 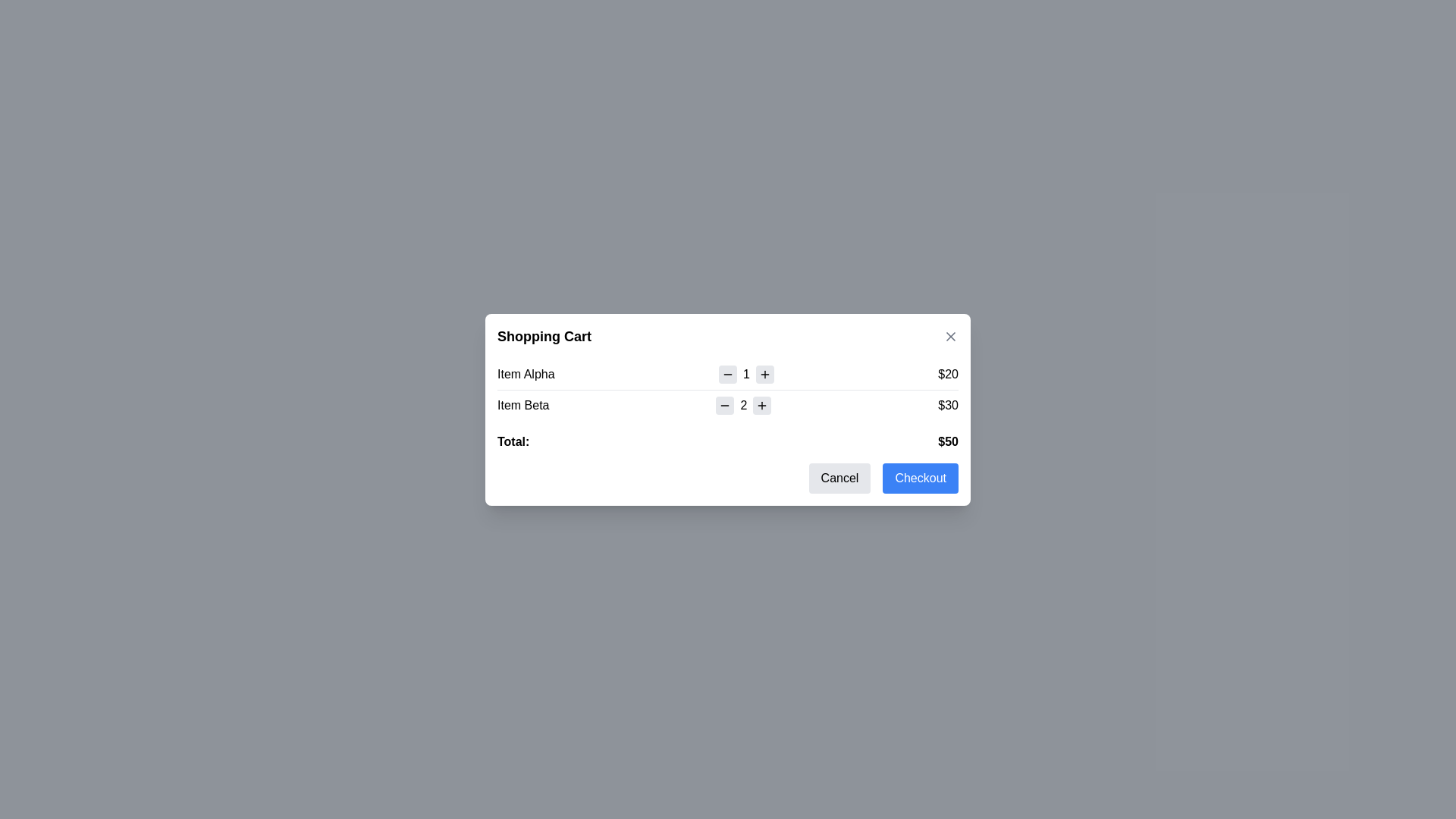 What do you see at coordinates (728, 409) in the screenshot?
I see `item details and total price from the shopping cart modal dialog, which is centrally positioned and includes item listings and a total summary` at bounding box center [728, 409].